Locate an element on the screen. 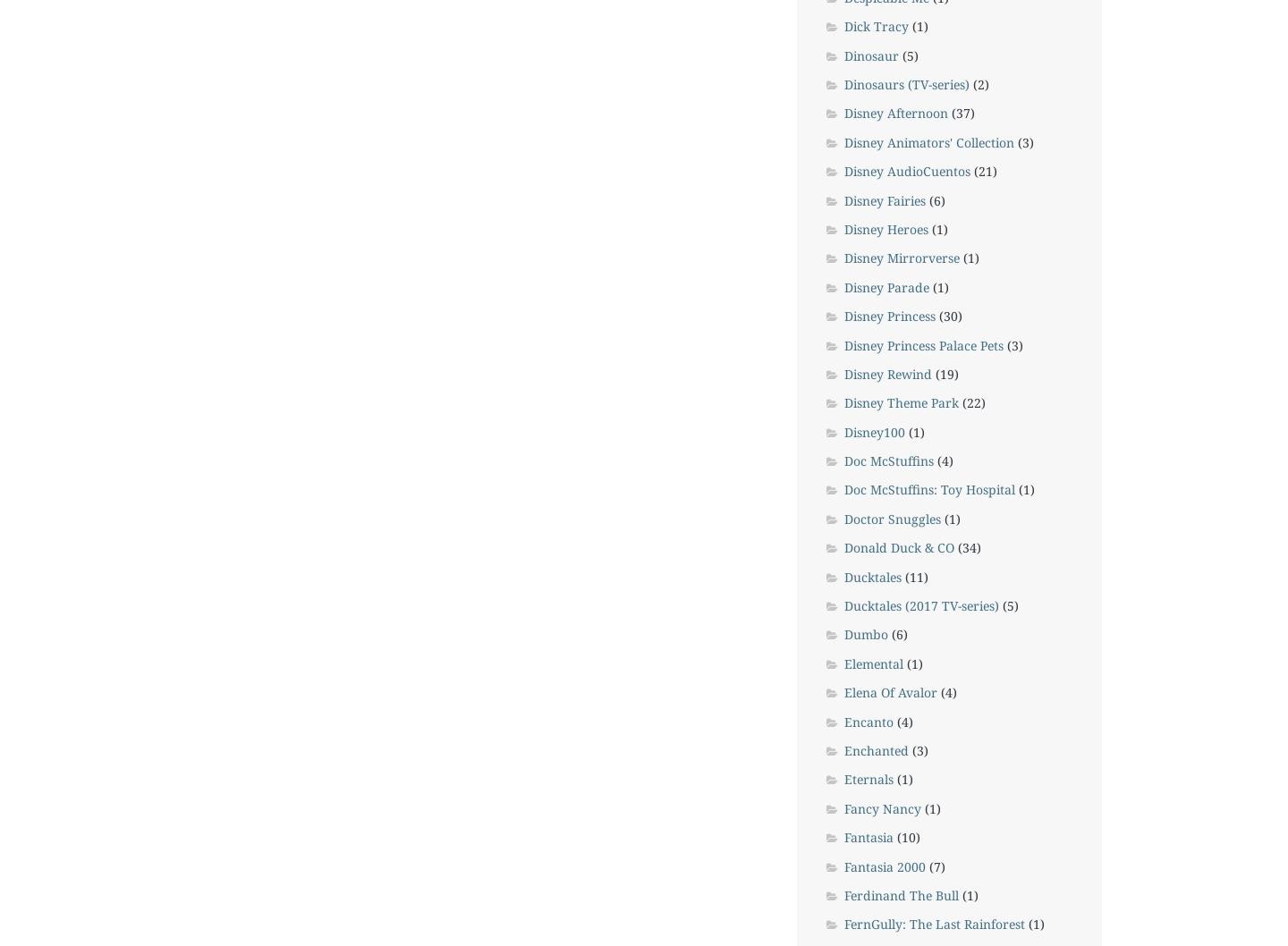  'Elemental' is located at coordinates (872, 663).